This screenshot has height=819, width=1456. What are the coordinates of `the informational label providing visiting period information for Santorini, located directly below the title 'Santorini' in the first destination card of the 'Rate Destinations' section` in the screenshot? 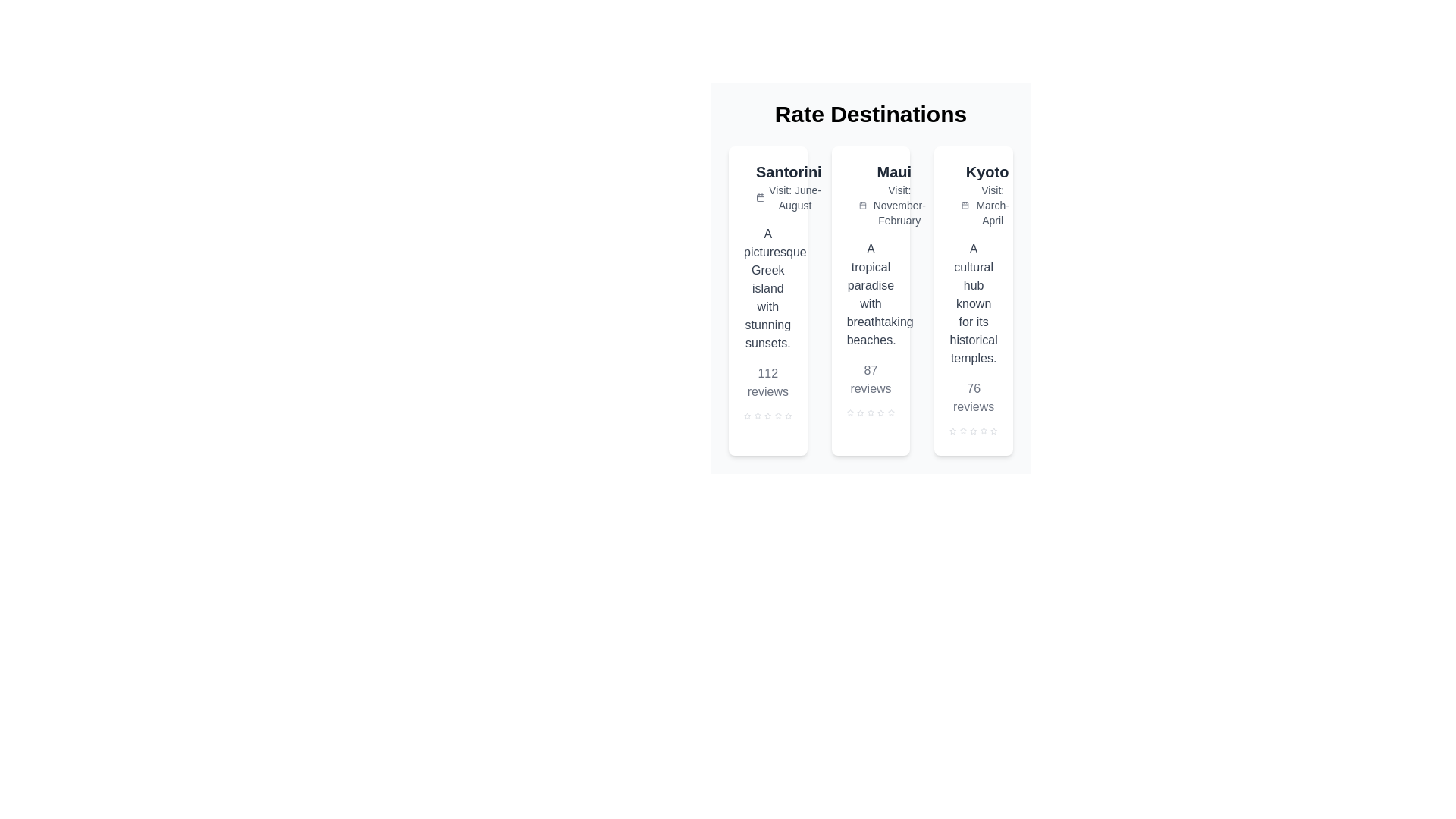 It's located at (789, 197).